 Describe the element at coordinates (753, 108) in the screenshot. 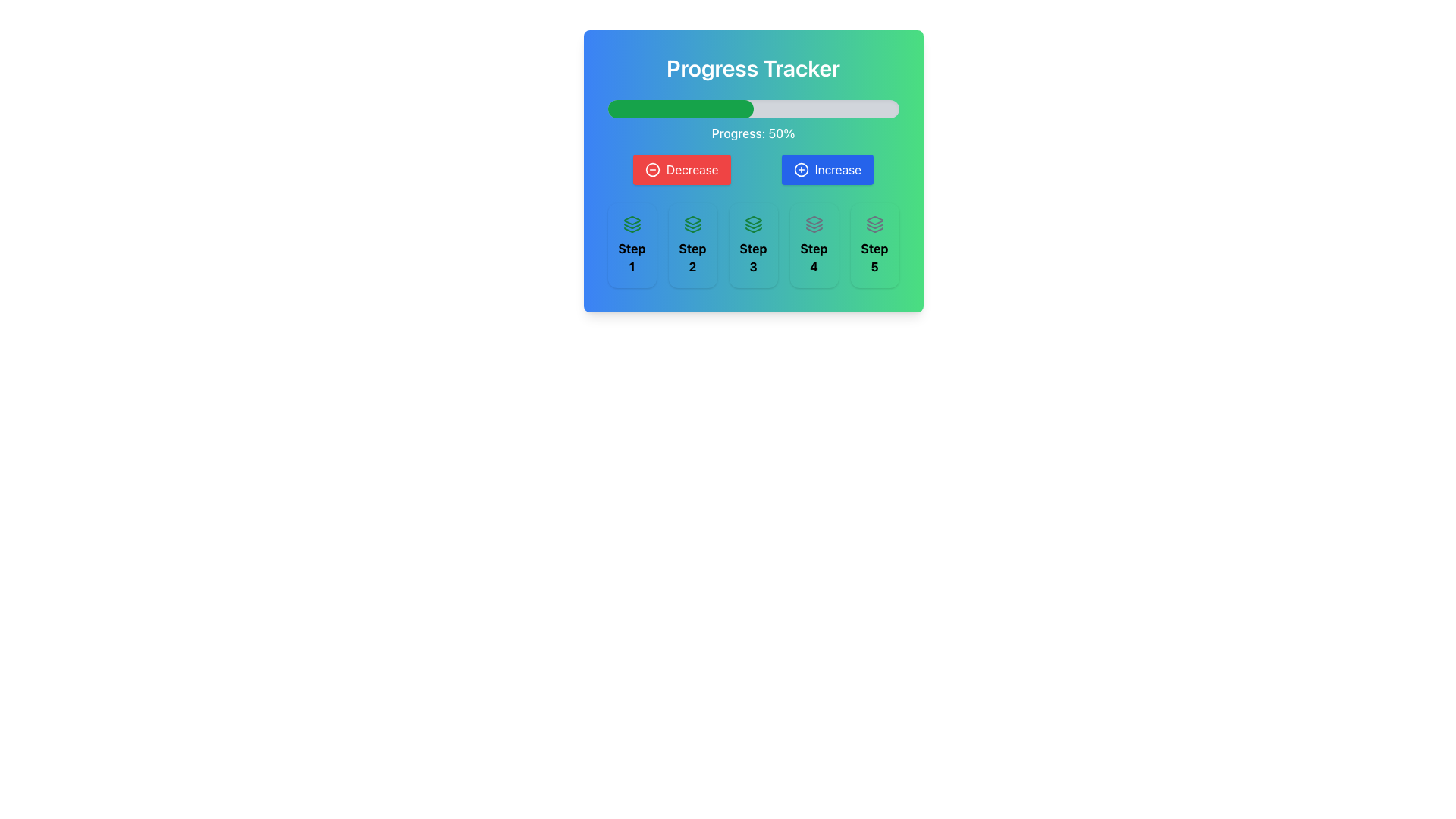

I see `the progress bar indicating 50% completion, which is located centrally below the 'Progress Tracker' title and above the 'Progress: 50%' label` at that location.